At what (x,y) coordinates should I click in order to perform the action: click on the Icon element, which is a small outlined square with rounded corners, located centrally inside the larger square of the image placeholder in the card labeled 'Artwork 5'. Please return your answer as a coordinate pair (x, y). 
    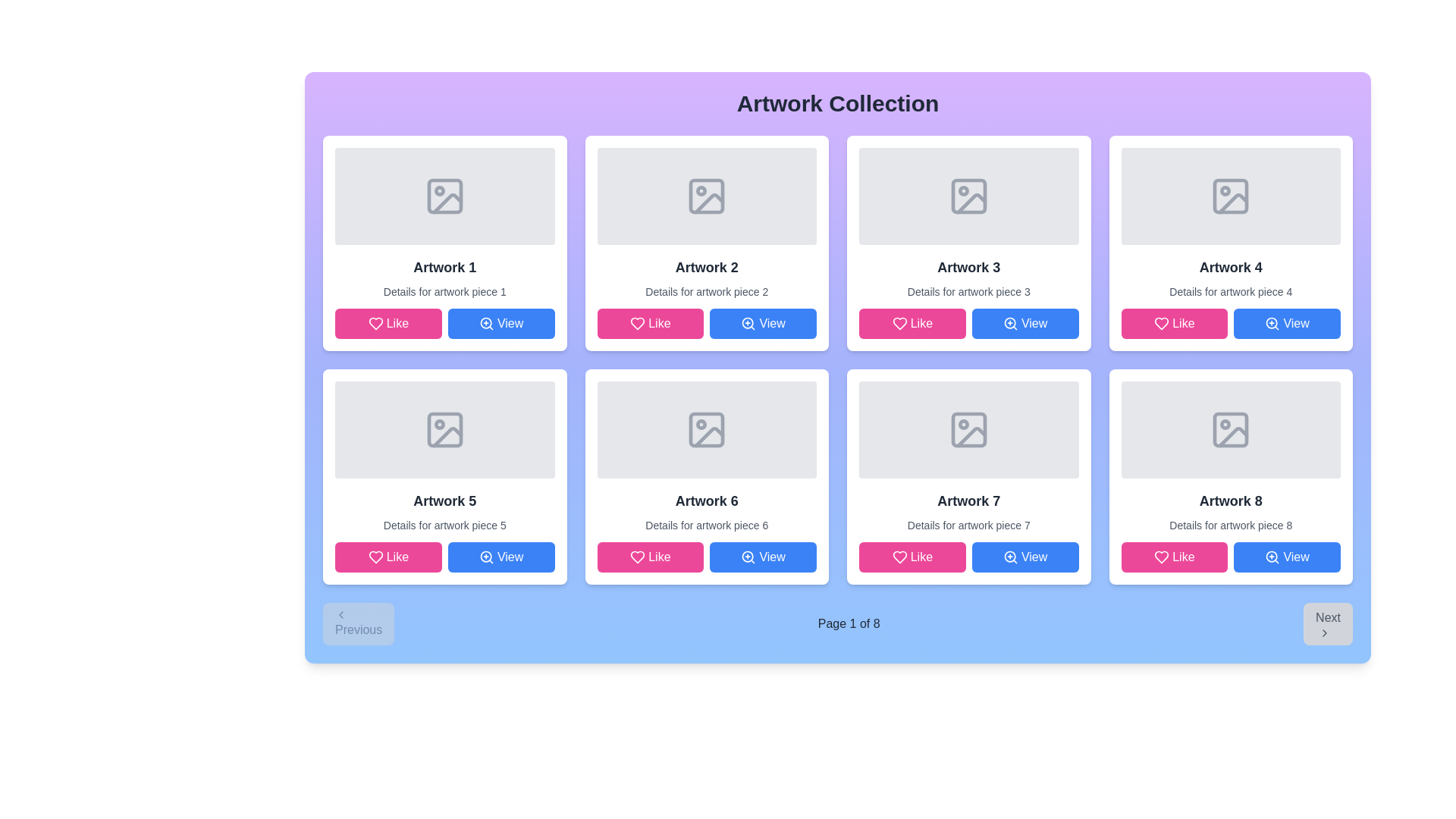
    Looking at the image, I should click on (444, 430).